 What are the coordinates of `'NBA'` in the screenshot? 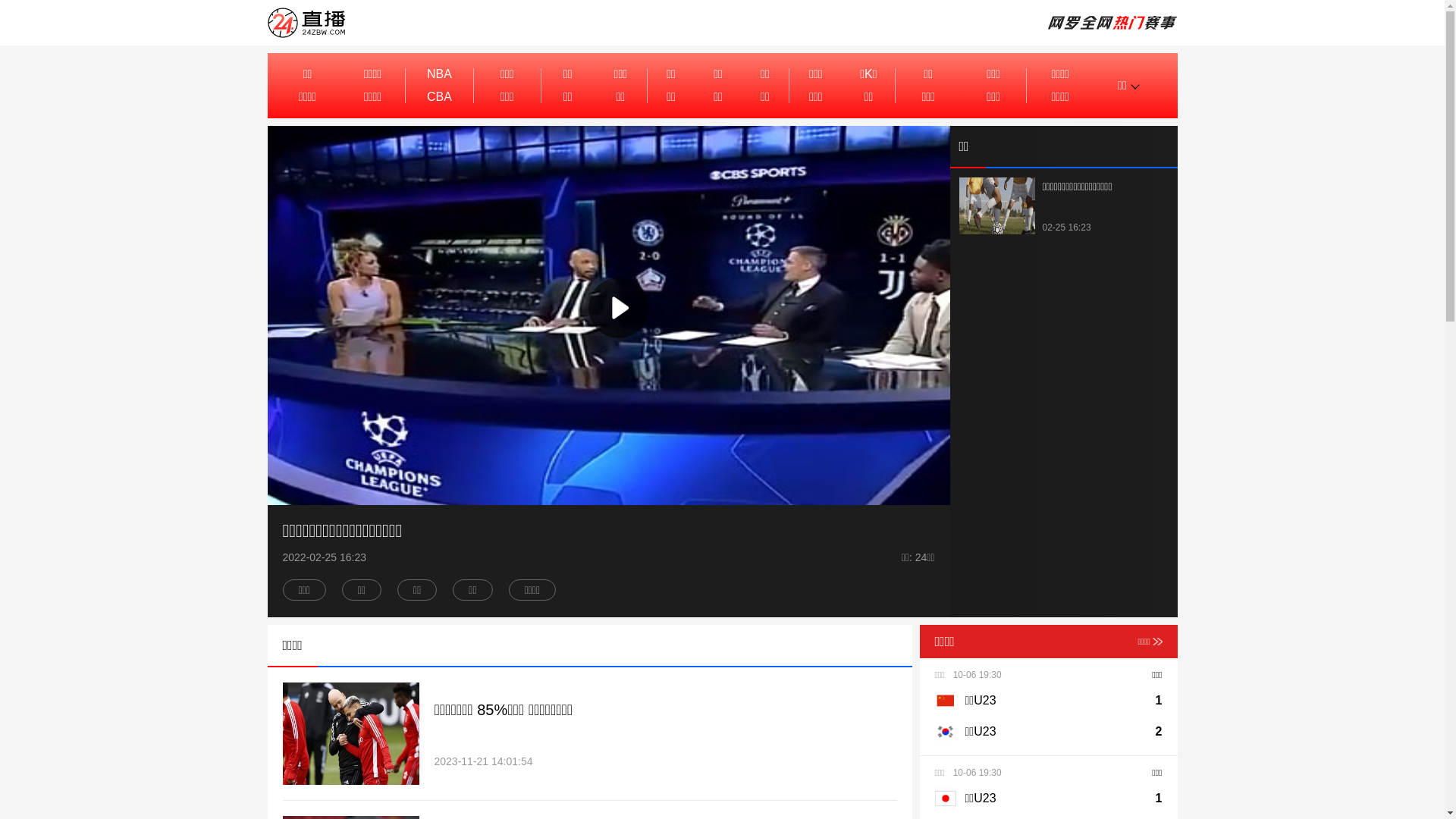 It's located at (438, 74).